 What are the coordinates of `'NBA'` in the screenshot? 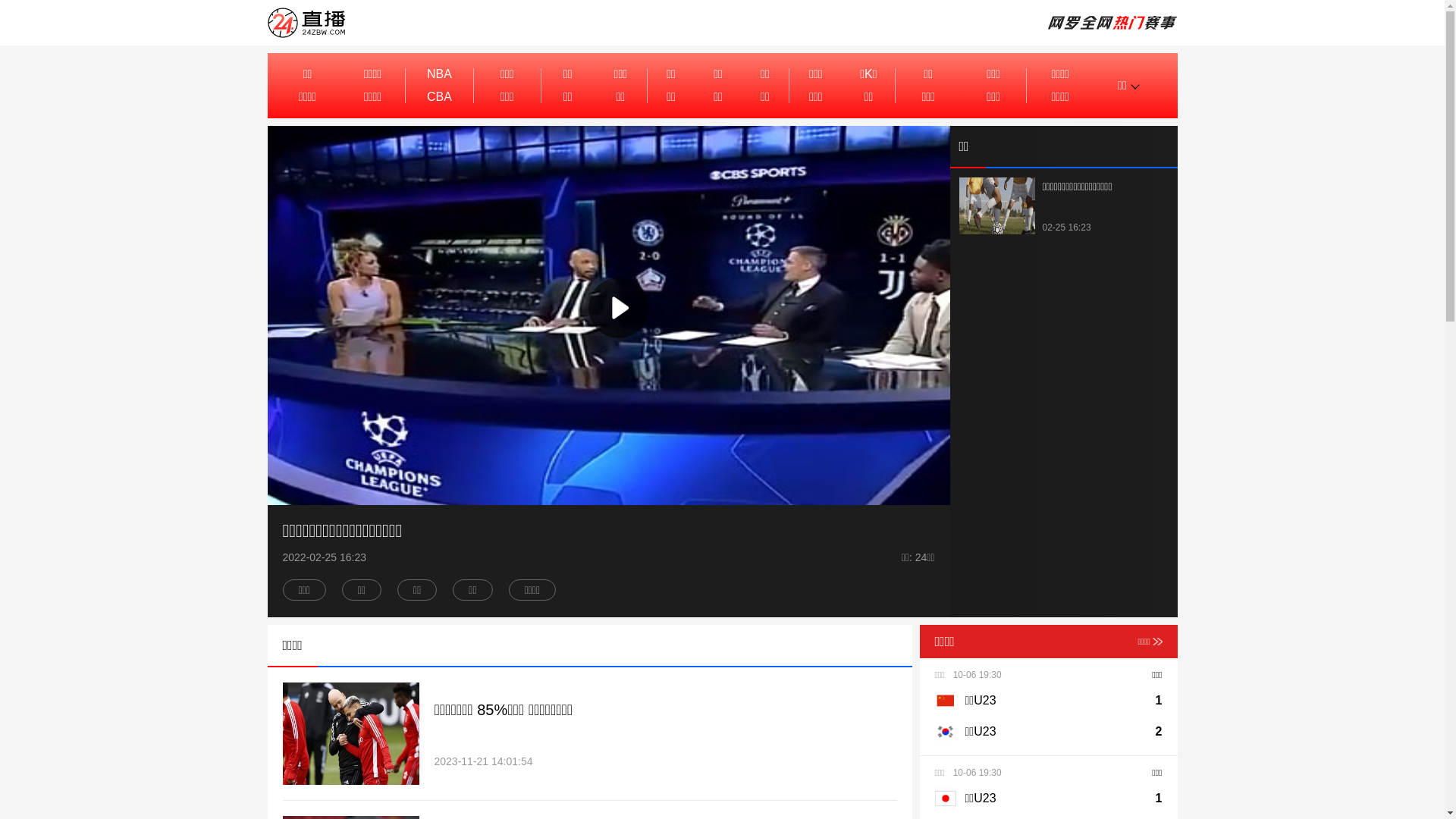 It's located at (438, 74).